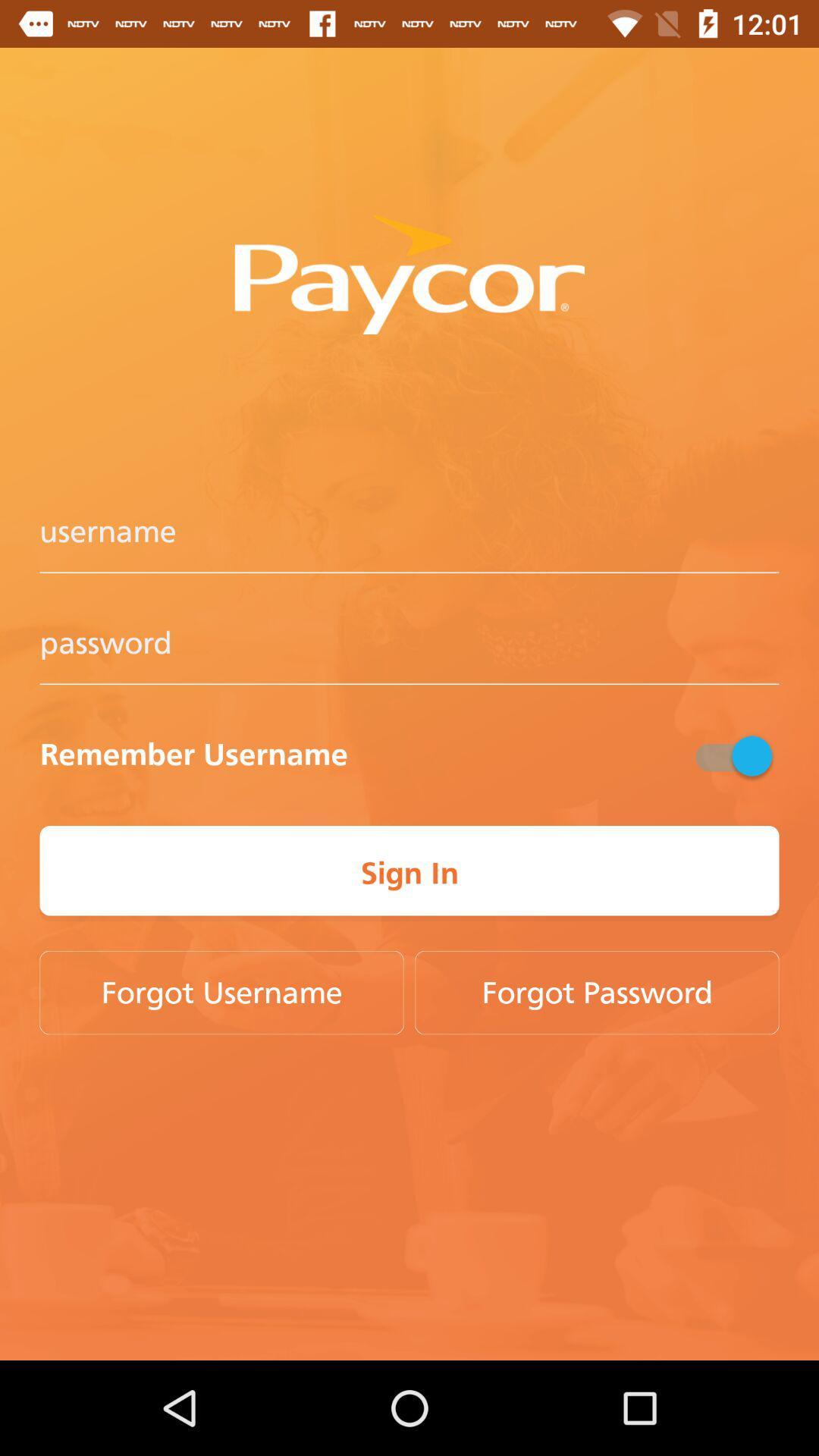 Image resolution: width=819 pixels, height=1456 pixels. Describe the element at coordinates (731, 755) in the screenshot. I see `button above sign in button` at that location.